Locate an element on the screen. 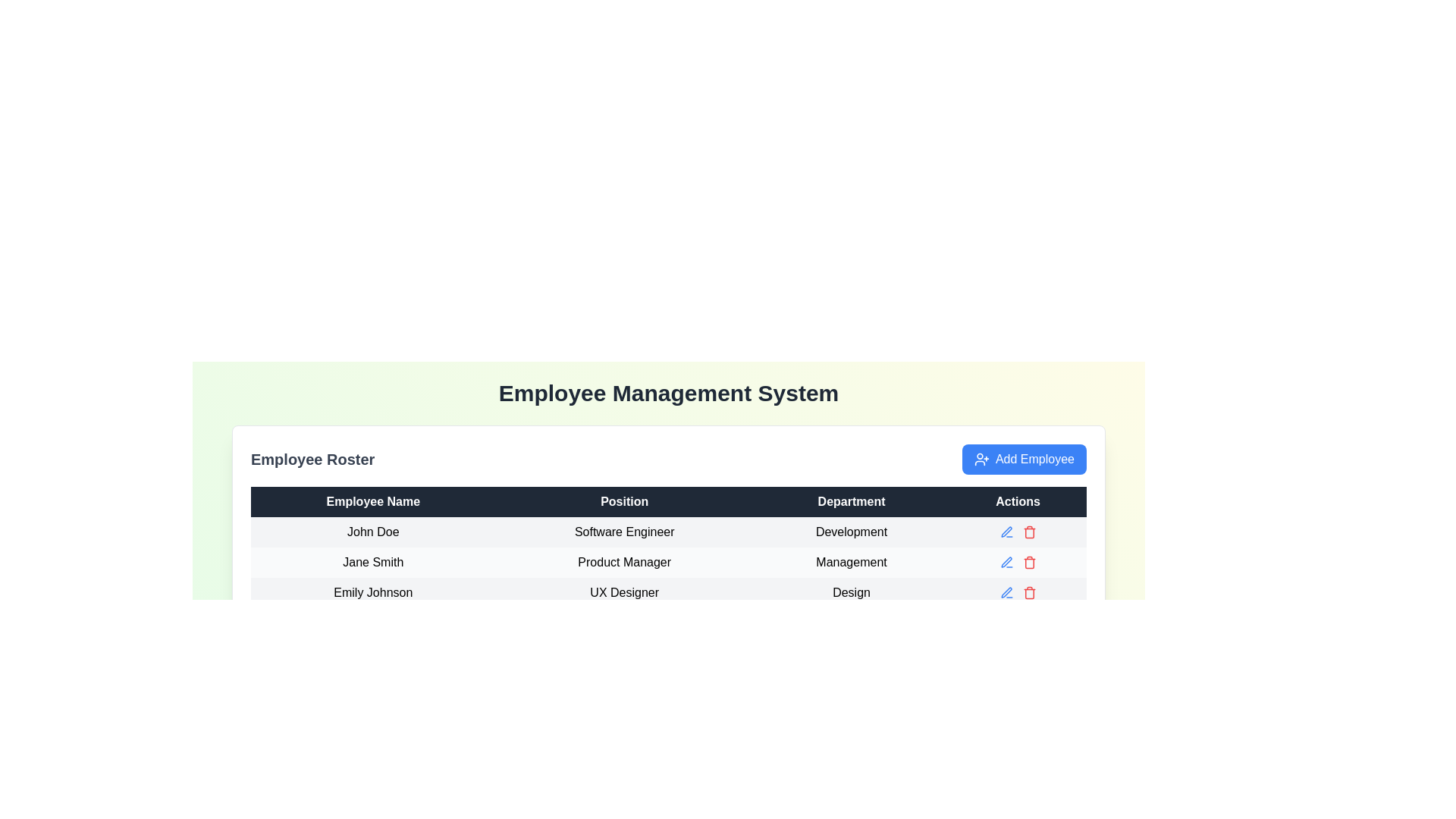  the edit button located in the 'Actions' column of the third row associated with the 'Emily Johnson' entry in the 'Design' department is located at coordinates (1006, 592).